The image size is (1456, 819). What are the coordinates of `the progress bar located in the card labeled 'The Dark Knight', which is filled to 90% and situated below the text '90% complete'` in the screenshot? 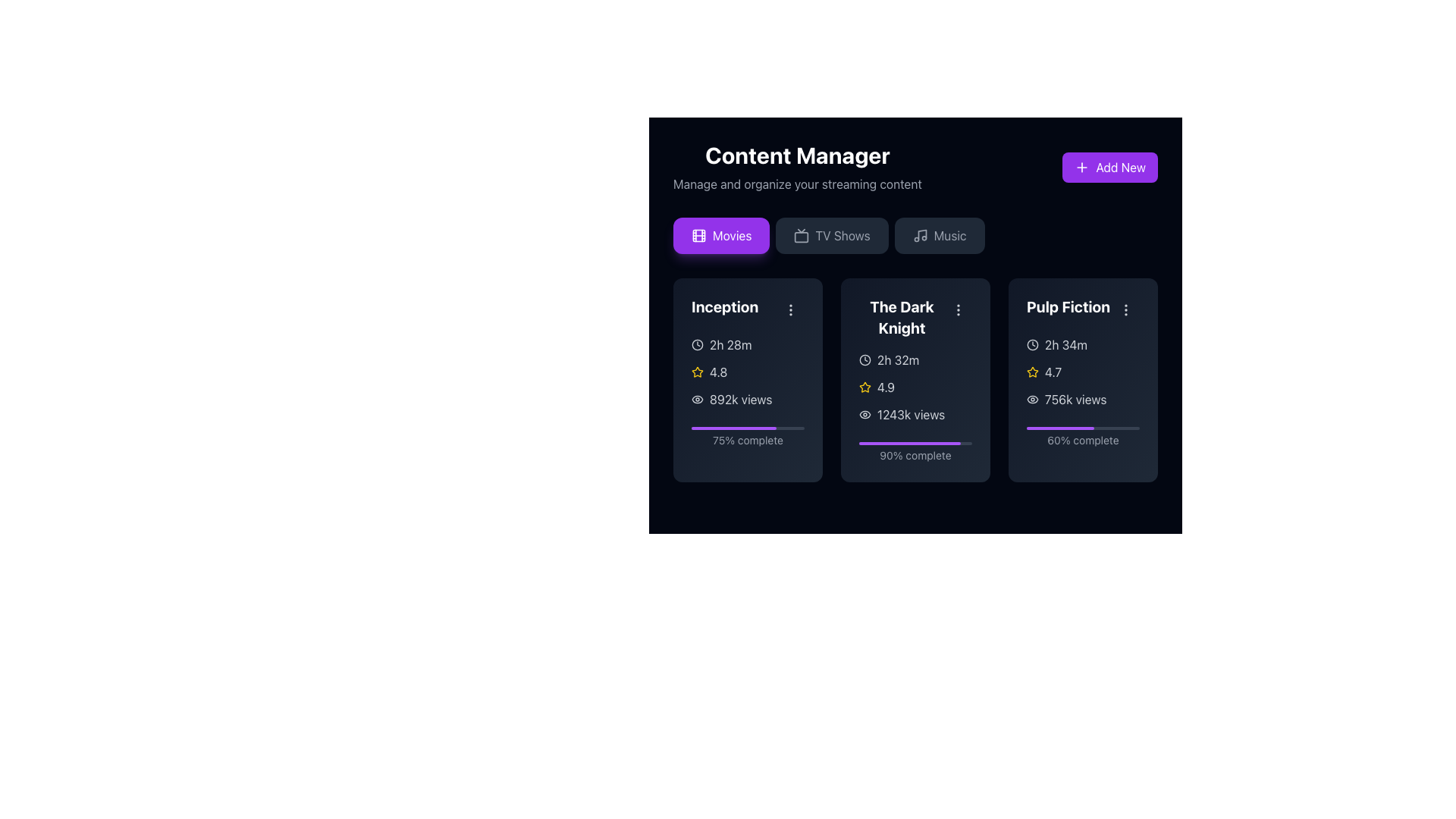 It's located at (915, 444).